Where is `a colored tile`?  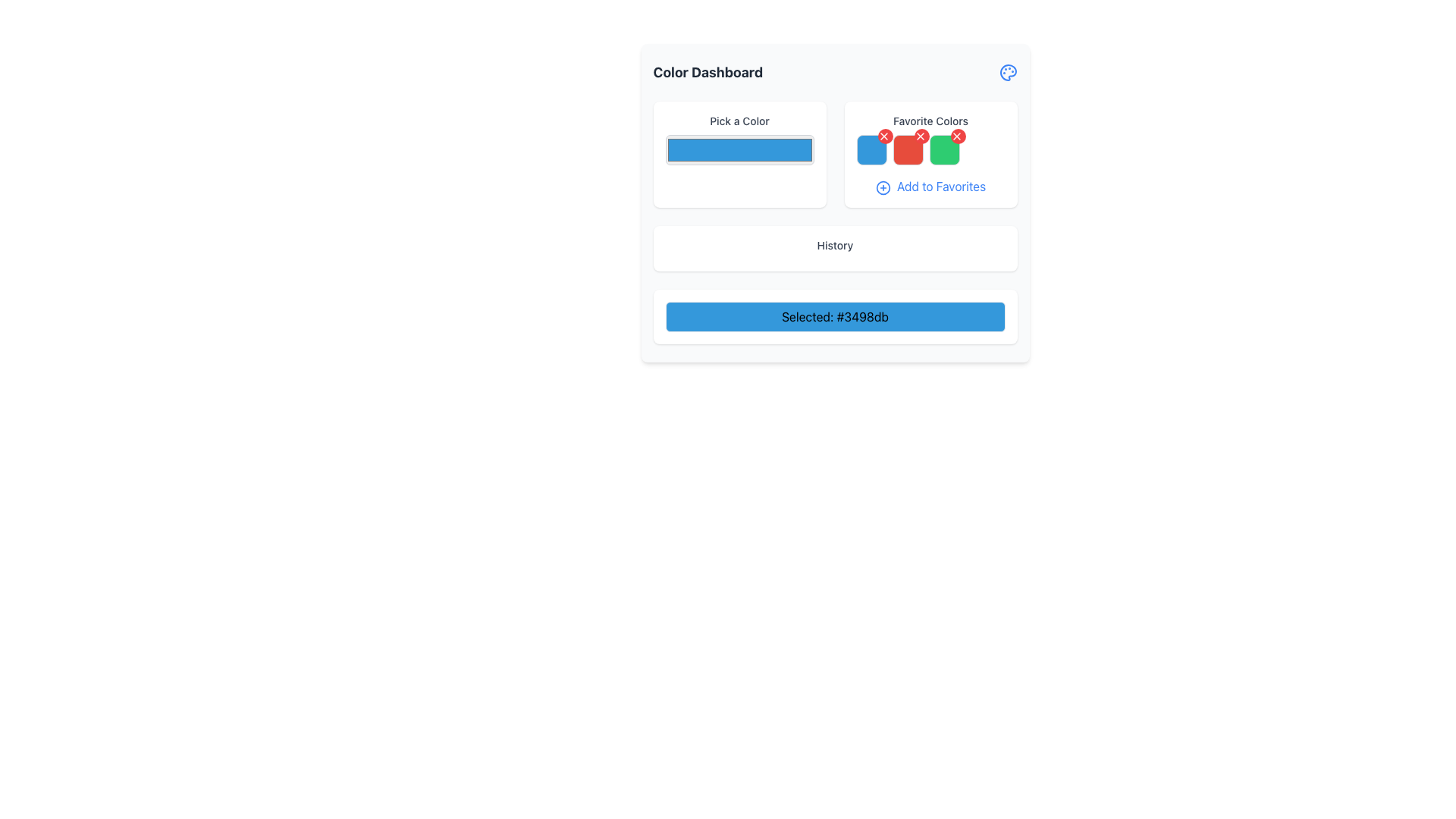 a colored tile is located at coordinates (930, 149).